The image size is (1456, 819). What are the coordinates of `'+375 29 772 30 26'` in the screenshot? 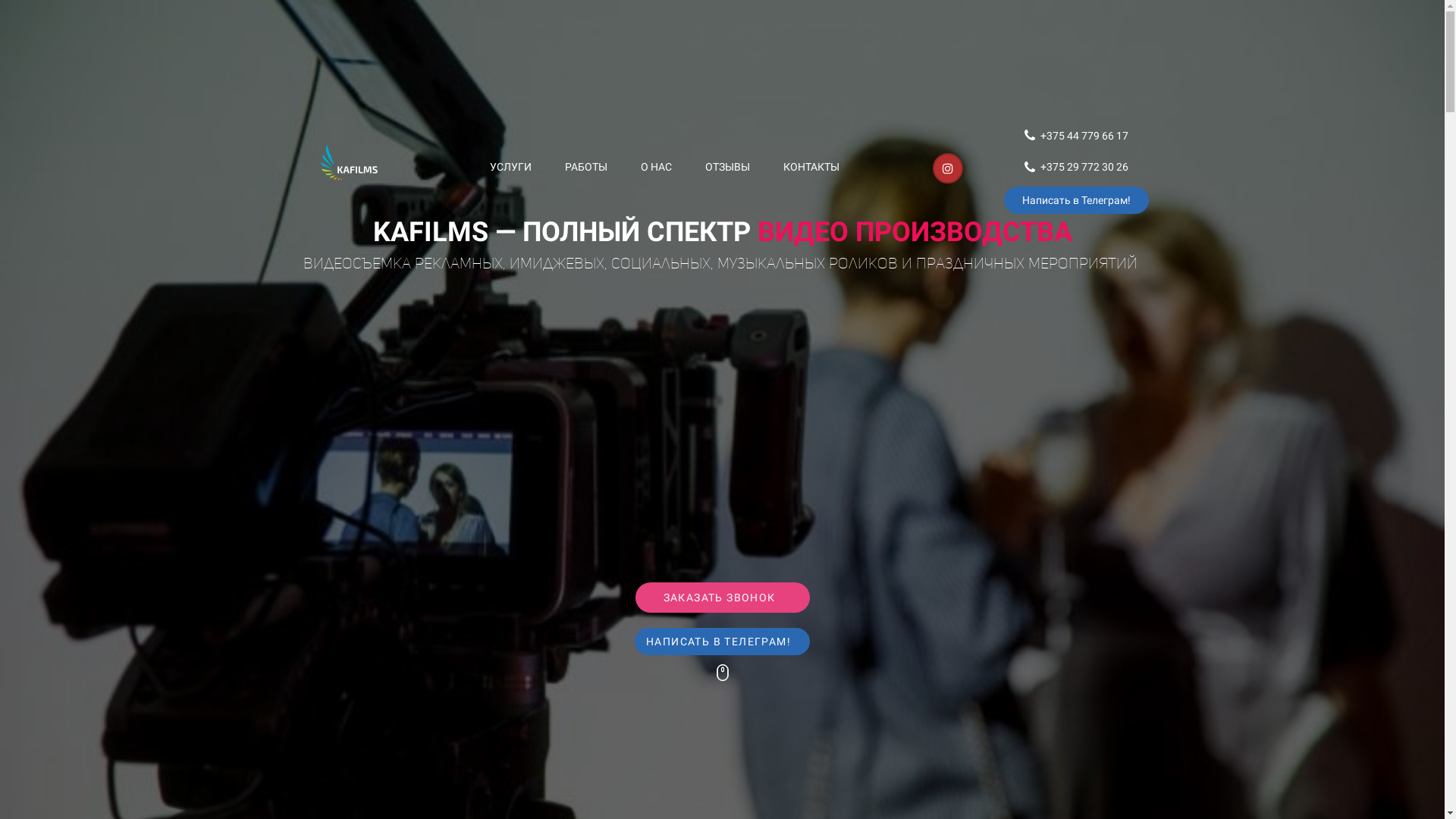 It's located at (1024, 166).